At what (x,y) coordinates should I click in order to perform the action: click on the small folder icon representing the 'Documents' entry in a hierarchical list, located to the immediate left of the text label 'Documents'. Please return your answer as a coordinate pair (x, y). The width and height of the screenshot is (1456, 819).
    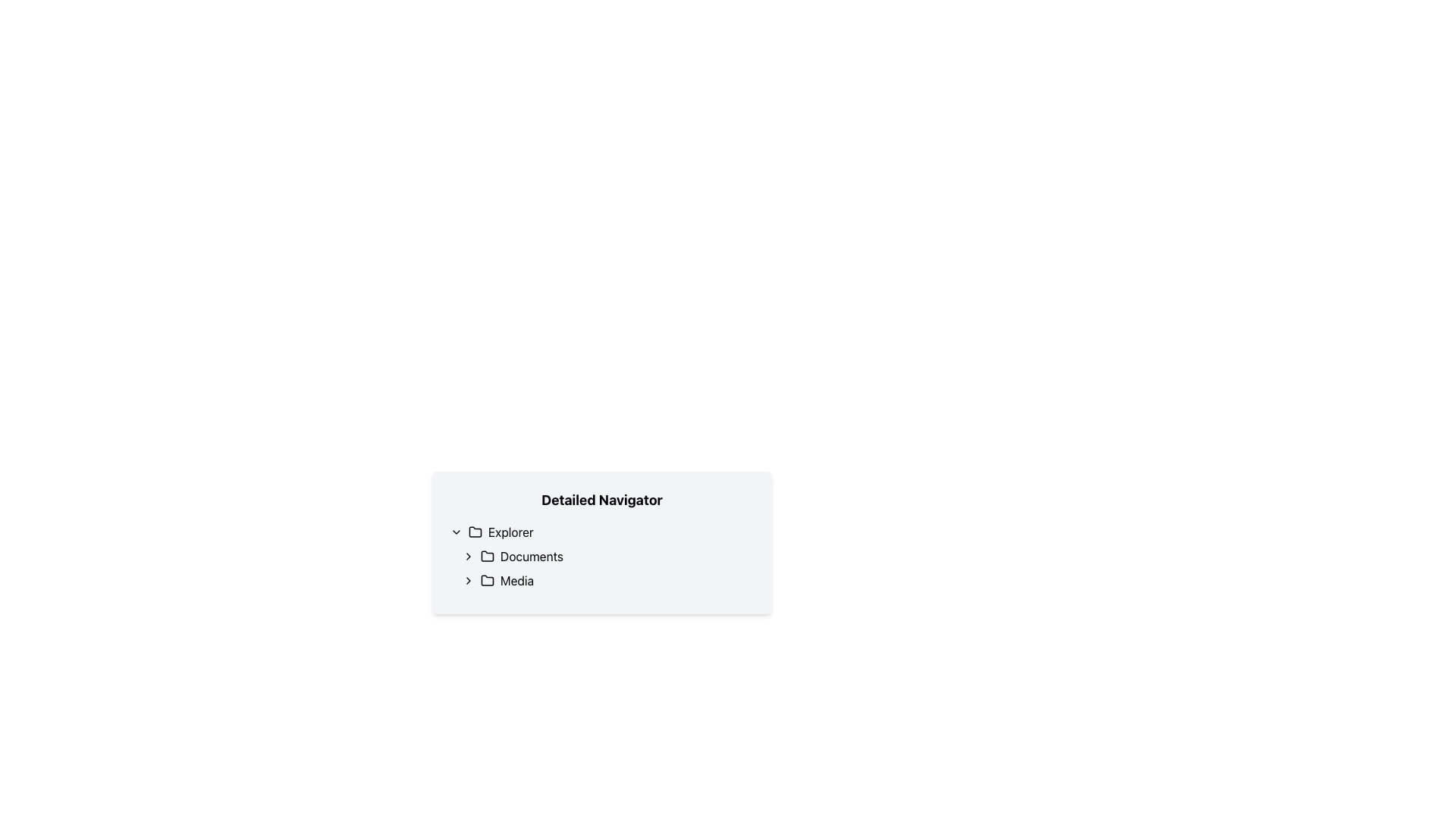
    Looking at the image, I should click on (488, 556).